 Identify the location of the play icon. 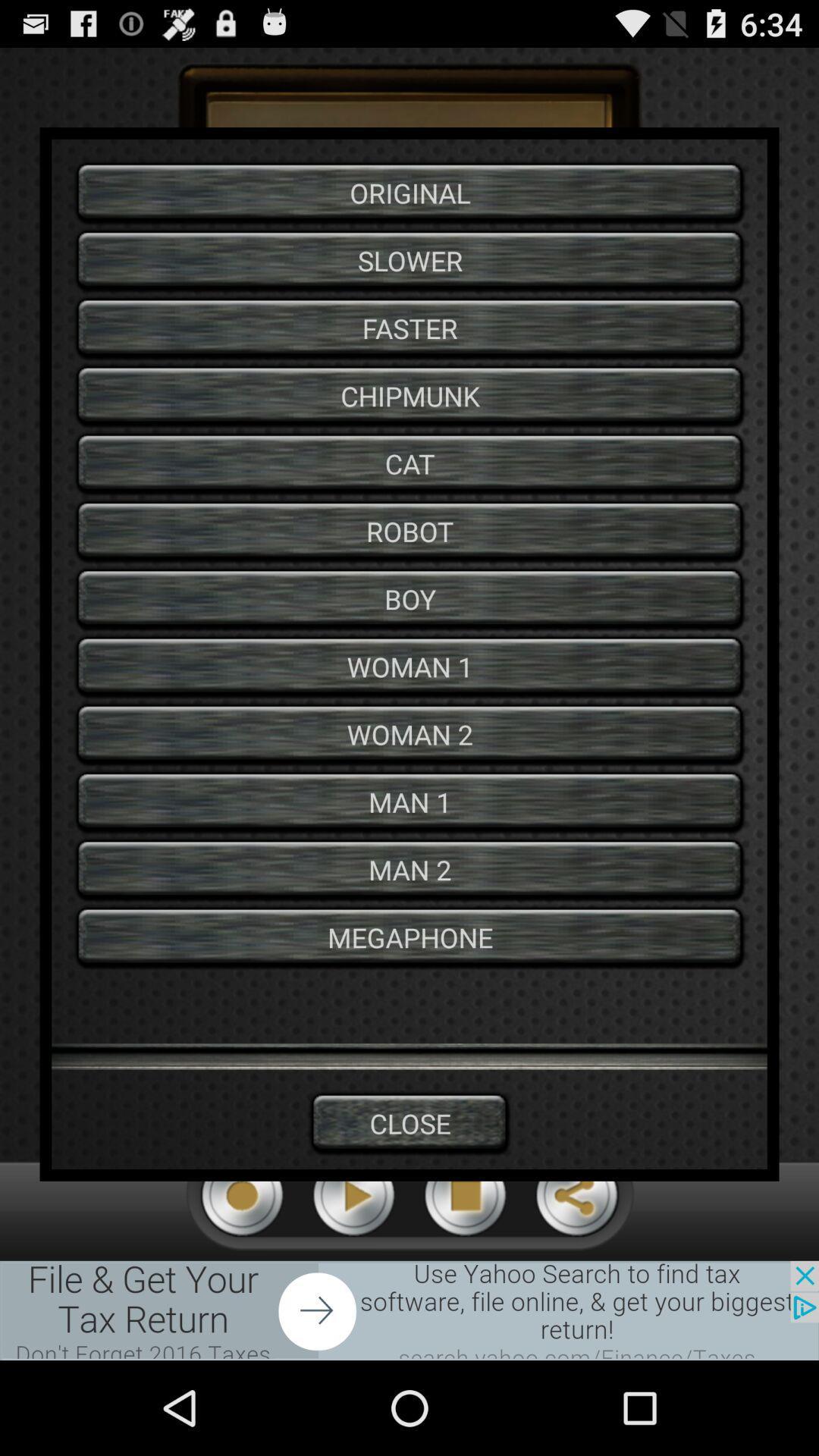
(353, 1279).